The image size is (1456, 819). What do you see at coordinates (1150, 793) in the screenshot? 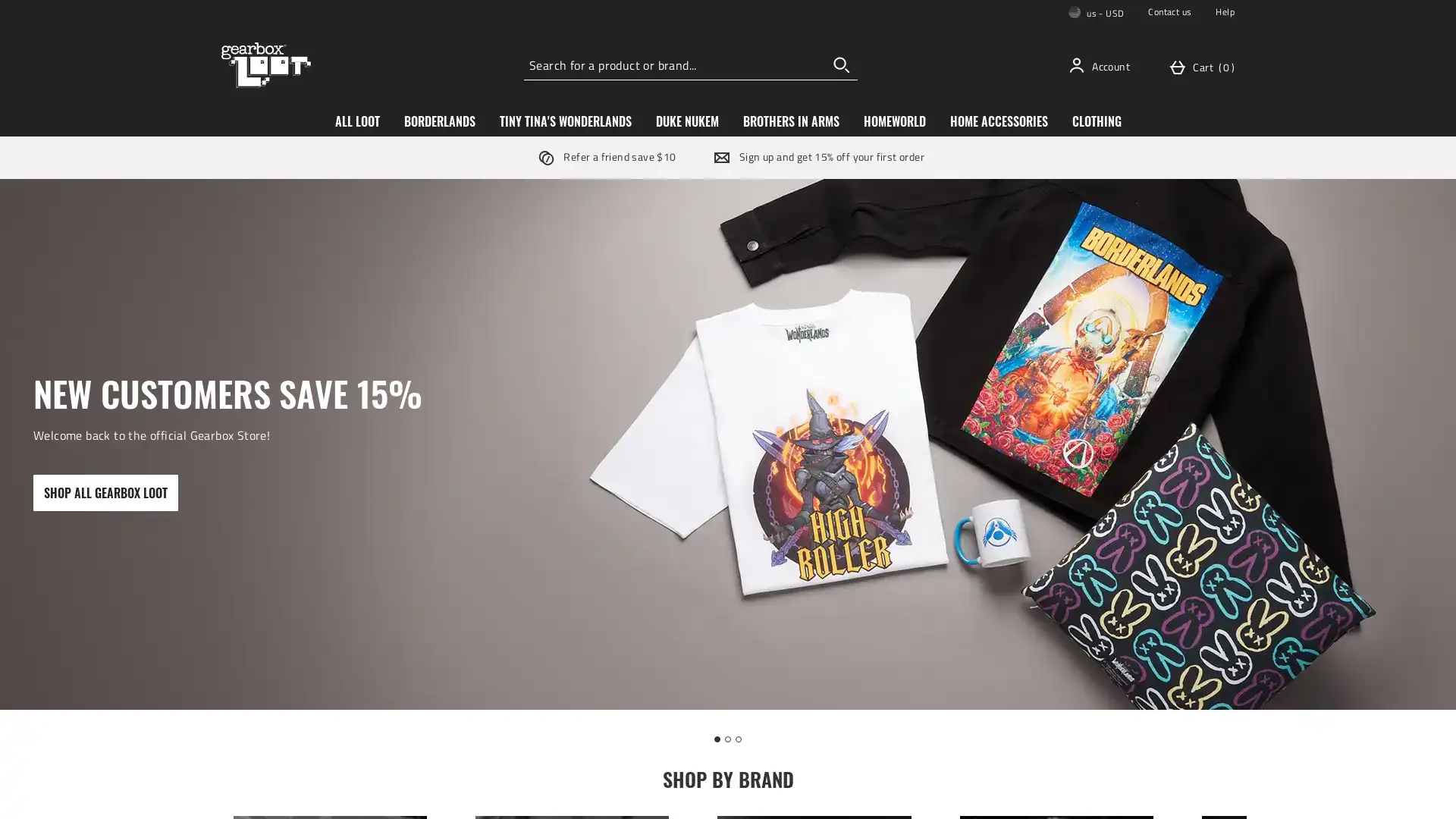
I see `ACCEPT` at bounding box center [1150, 793].